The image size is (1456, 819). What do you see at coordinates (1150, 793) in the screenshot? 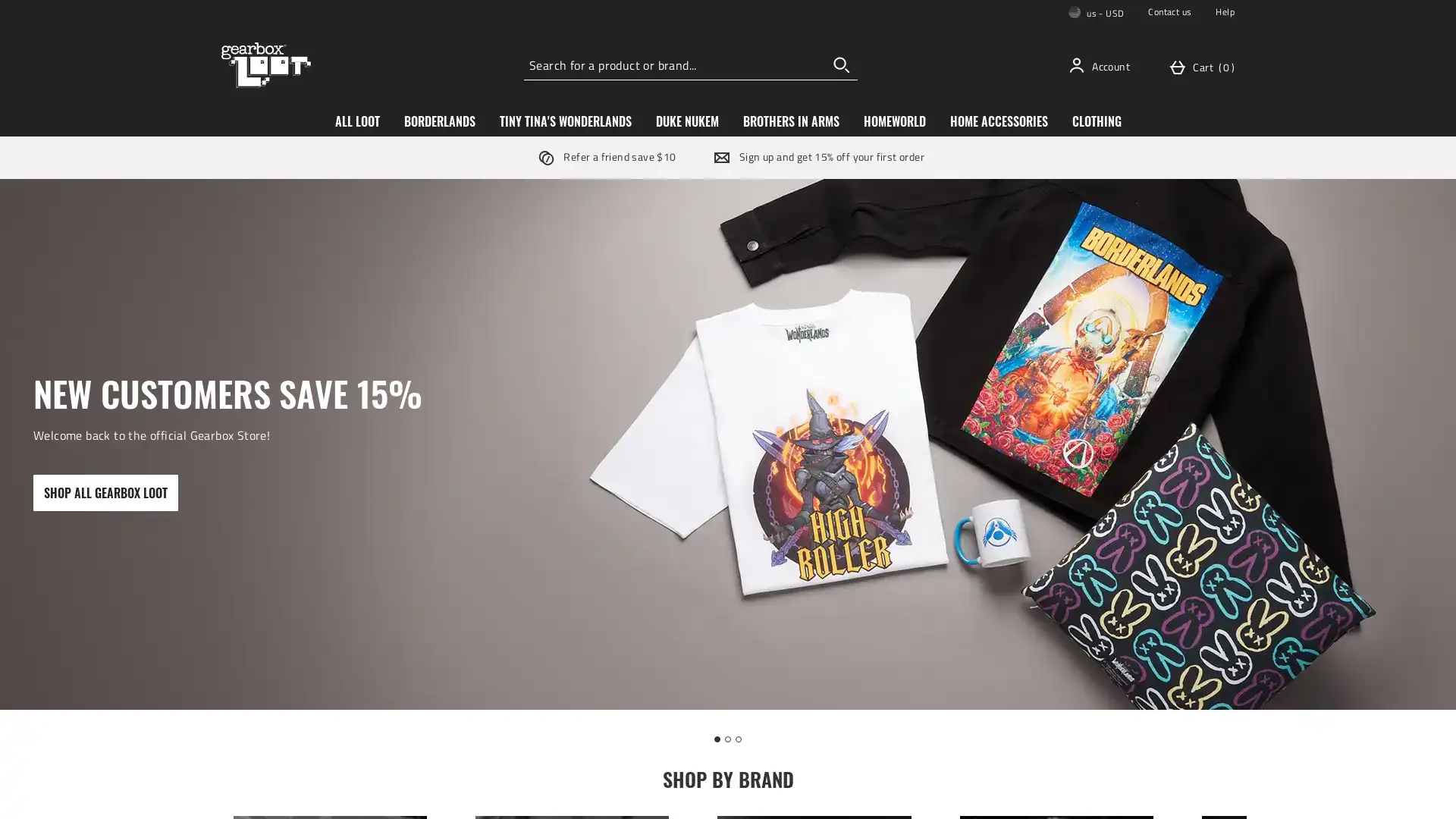
I see `ACCEPT` at bounding box center [1150, 793].